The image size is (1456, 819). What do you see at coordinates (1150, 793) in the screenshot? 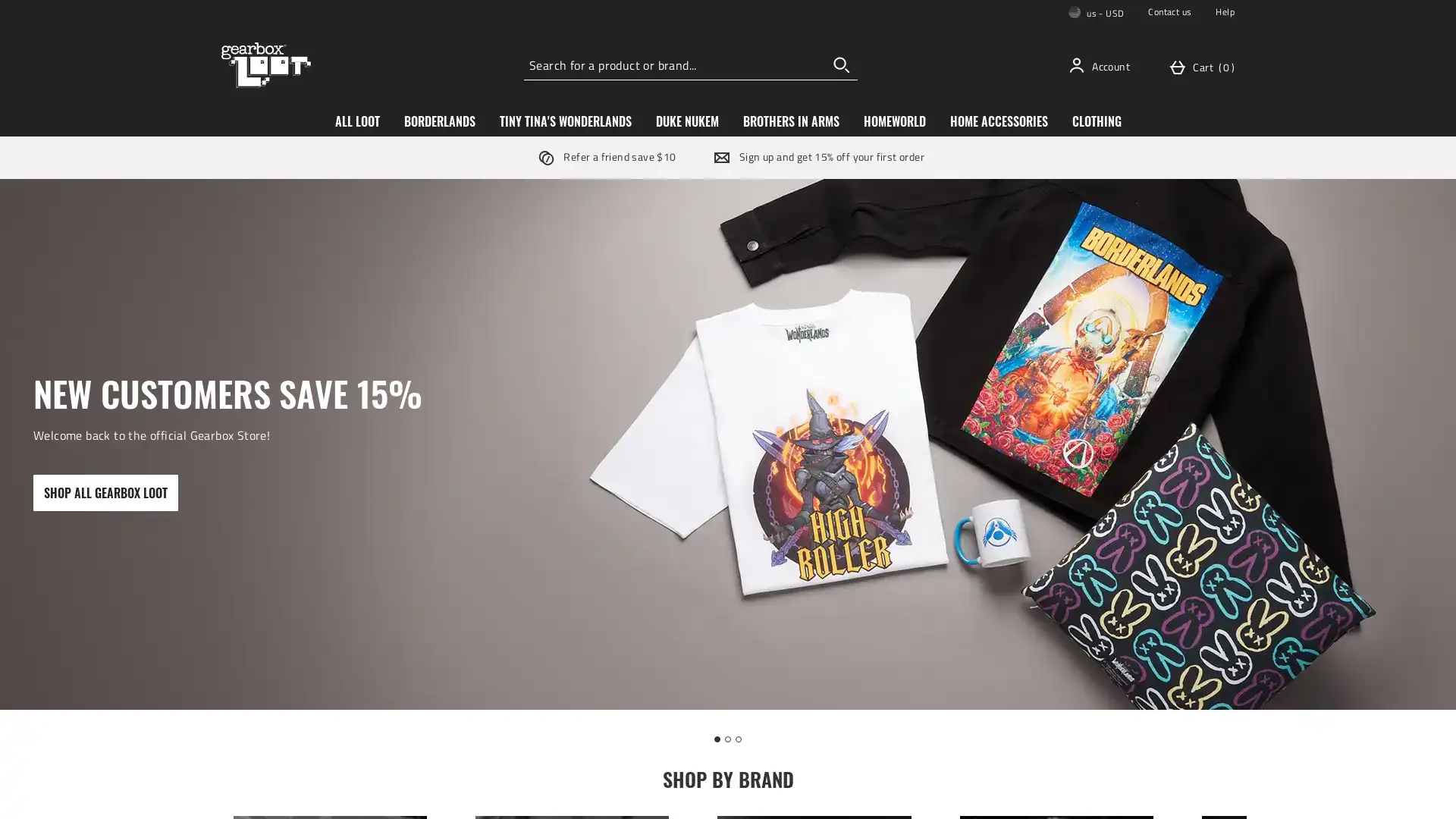
I see `ACCEPT` at bounding box center [1150, 793].